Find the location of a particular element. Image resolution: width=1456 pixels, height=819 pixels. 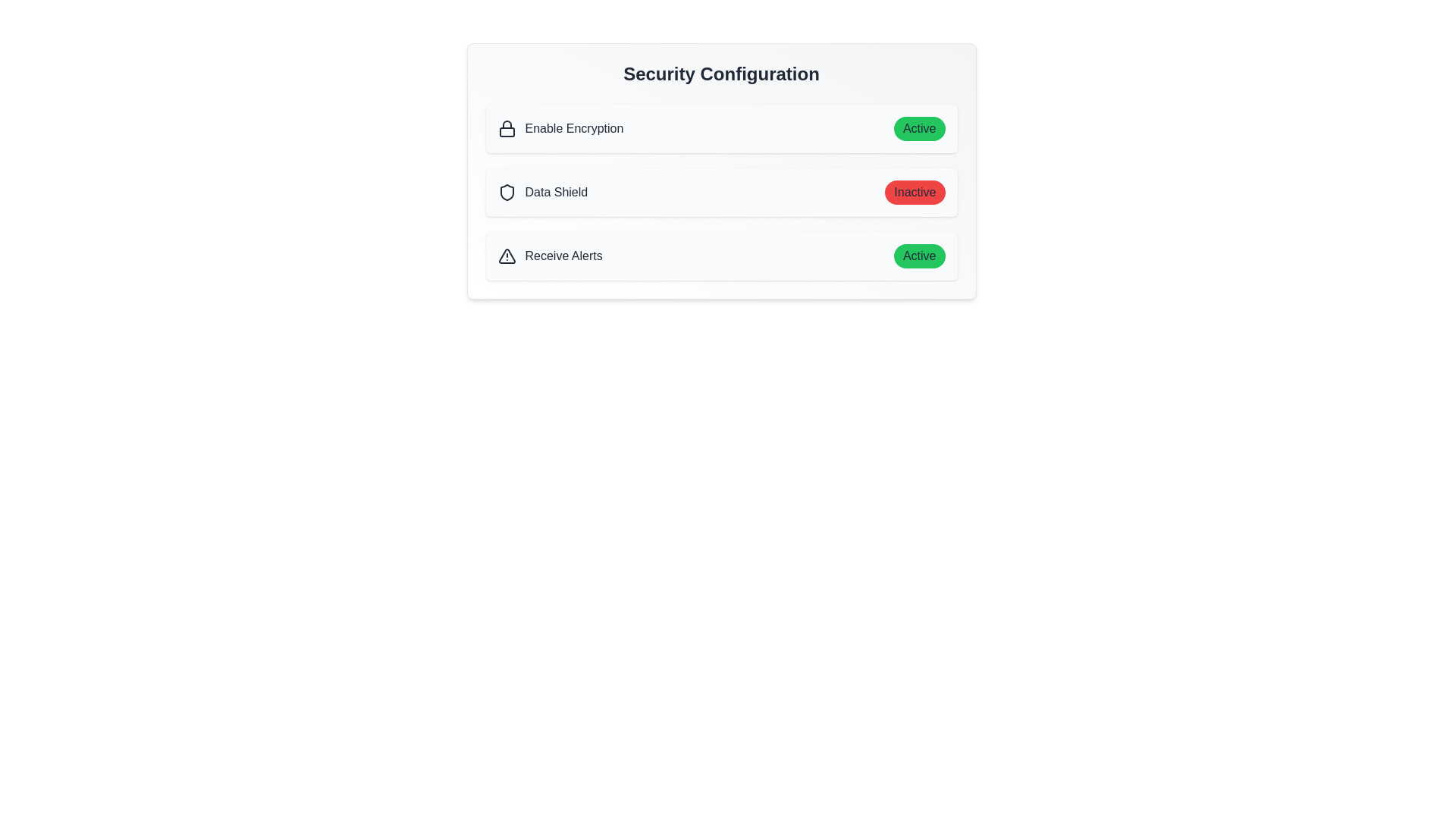

the small rectangle inside the lock icon that symbolizes the lock mechanism, located to the left of the 'Enable Encryption' text is located at coordinates (507, 131).